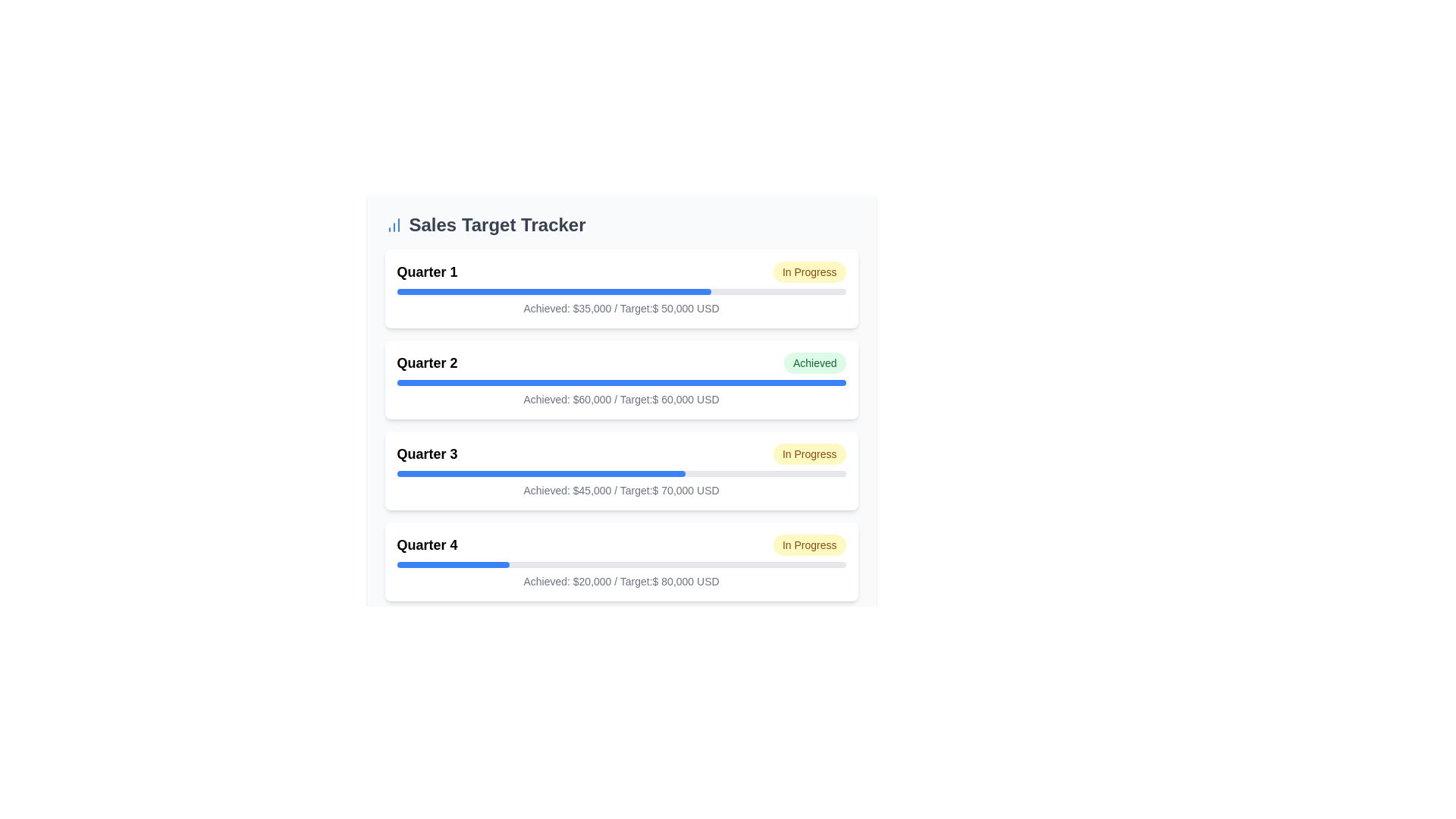  I want to click on the non-interactive status label with a yellow background that reads 'In Progress', located to the far right of the 'Quarter 1' section, so click(808, 271).